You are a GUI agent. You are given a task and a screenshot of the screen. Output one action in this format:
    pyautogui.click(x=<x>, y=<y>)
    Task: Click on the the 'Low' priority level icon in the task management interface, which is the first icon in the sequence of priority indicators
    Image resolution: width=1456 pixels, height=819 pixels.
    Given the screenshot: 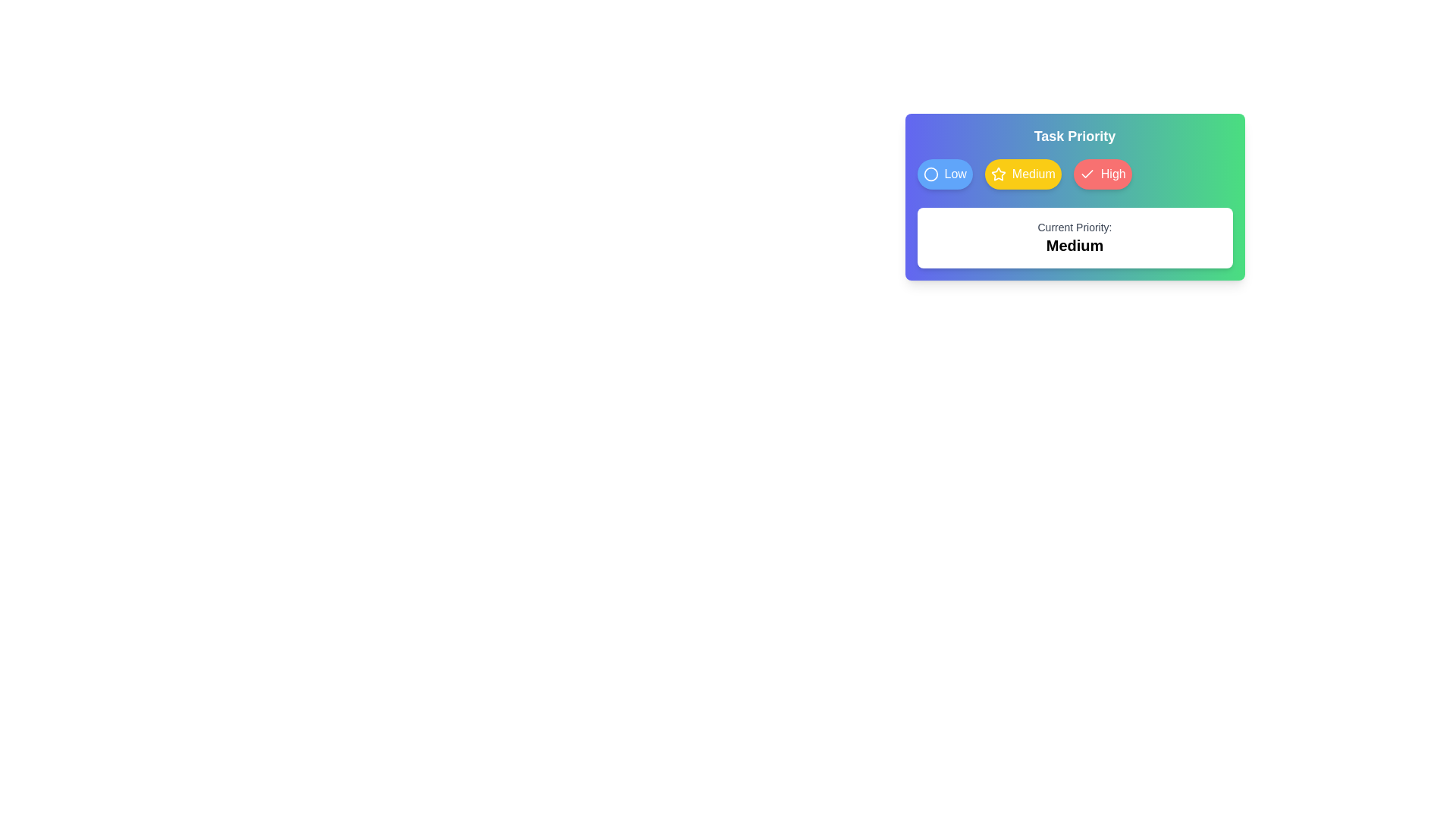 What is the action you would take?
    pyautogui.click(x=930, y=174)
    